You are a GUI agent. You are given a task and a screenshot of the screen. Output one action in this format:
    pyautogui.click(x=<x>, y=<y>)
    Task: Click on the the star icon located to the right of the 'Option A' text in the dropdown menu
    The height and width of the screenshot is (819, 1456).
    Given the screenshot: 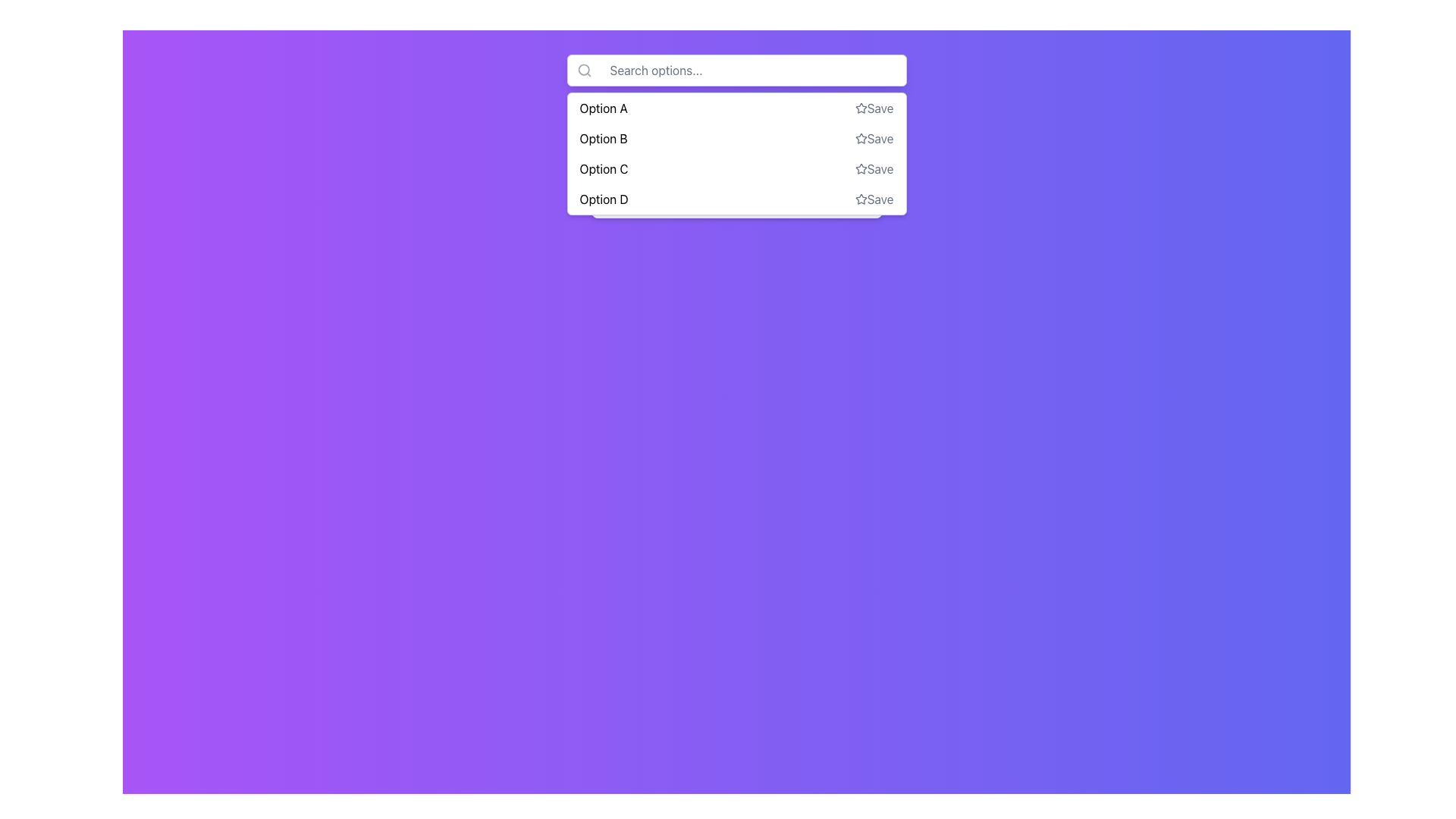 What is the action you would take?
    pyautogui.click(x=860, y=107)
    